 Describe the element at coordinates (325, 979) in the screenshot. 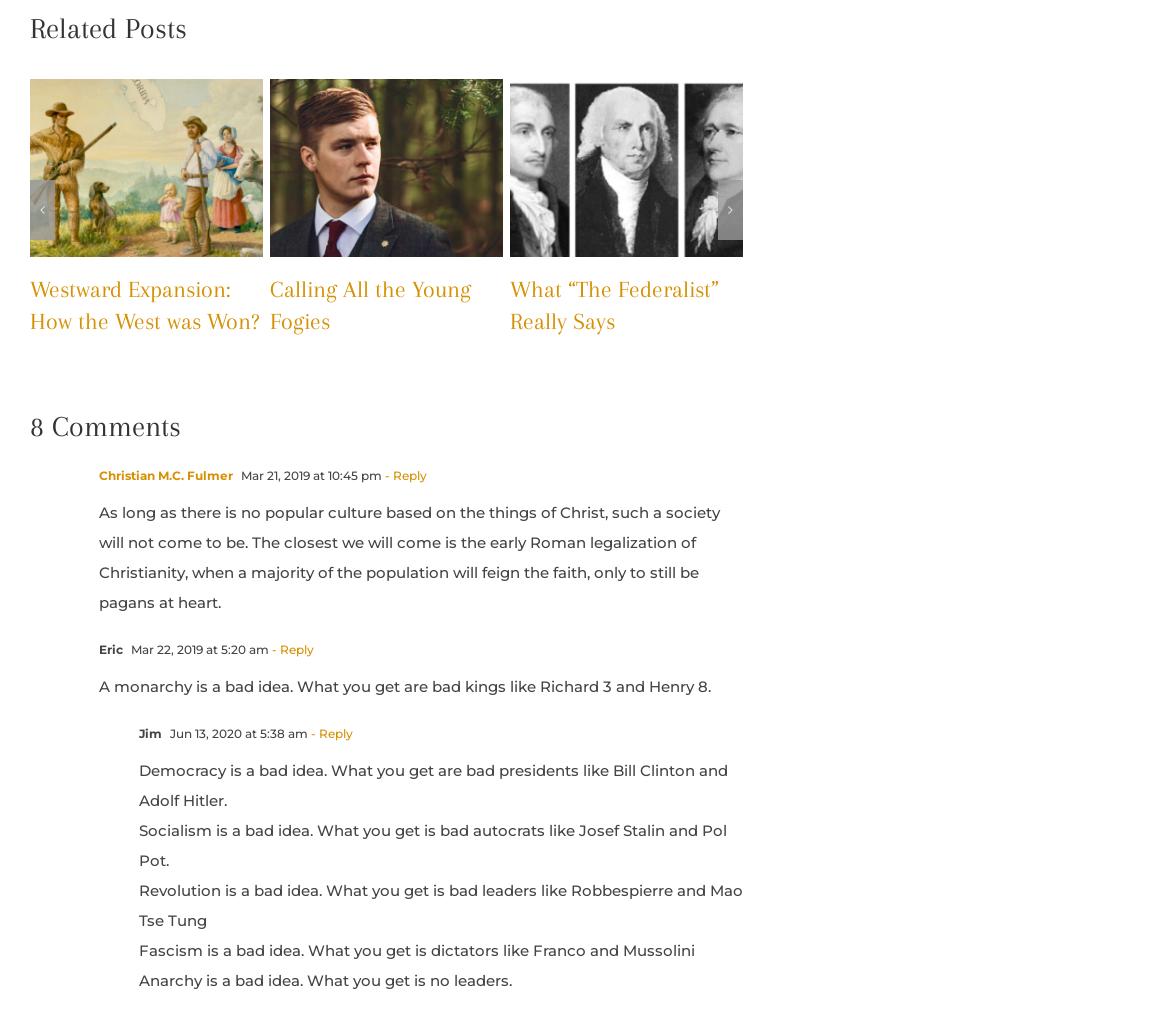

I see `'Anarchy is a bad idea. What you get is no leaders.'` at that location.